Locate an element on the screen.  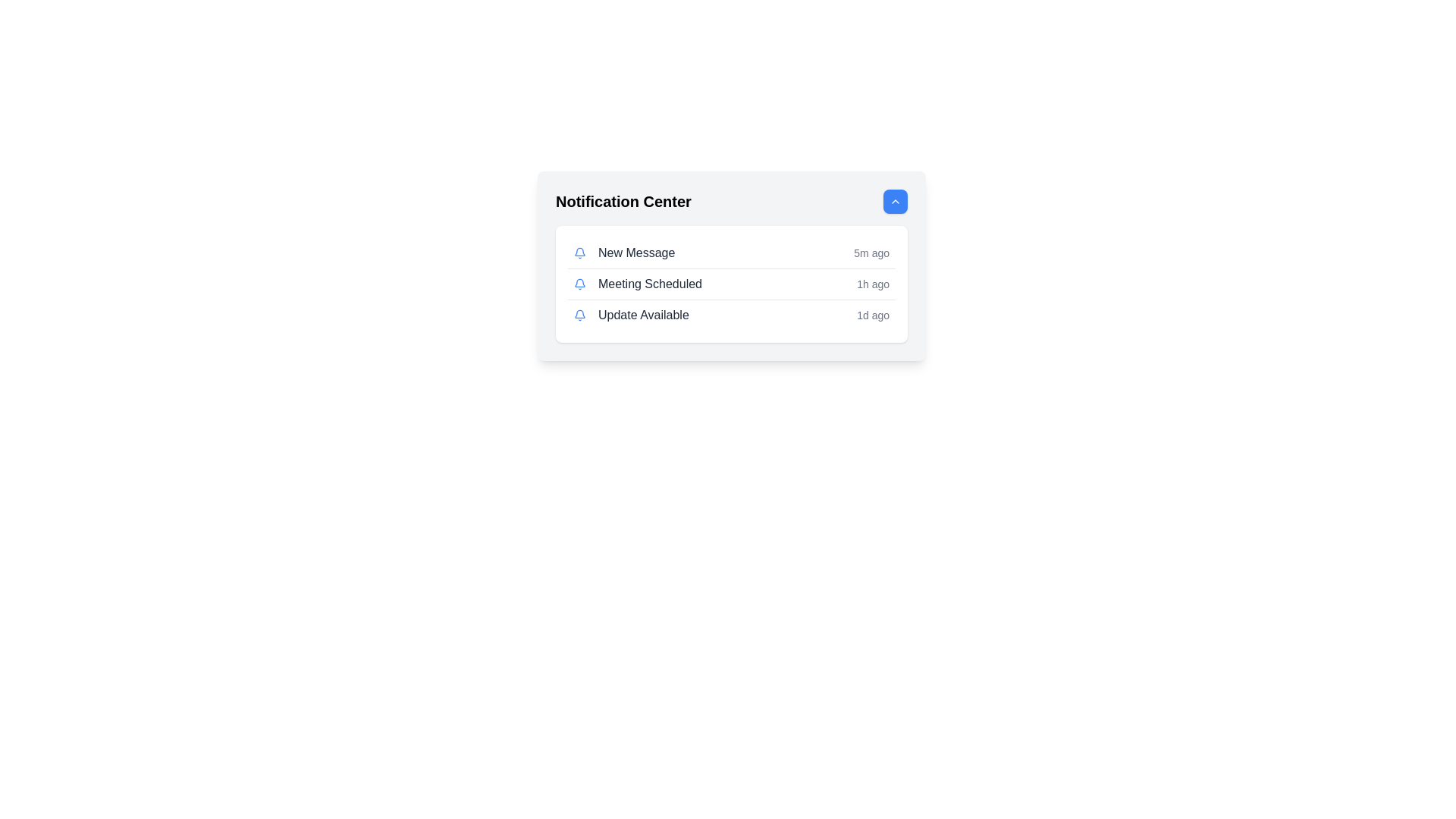
the third notification item in the Notification Center is located at coordinates (731, 315).